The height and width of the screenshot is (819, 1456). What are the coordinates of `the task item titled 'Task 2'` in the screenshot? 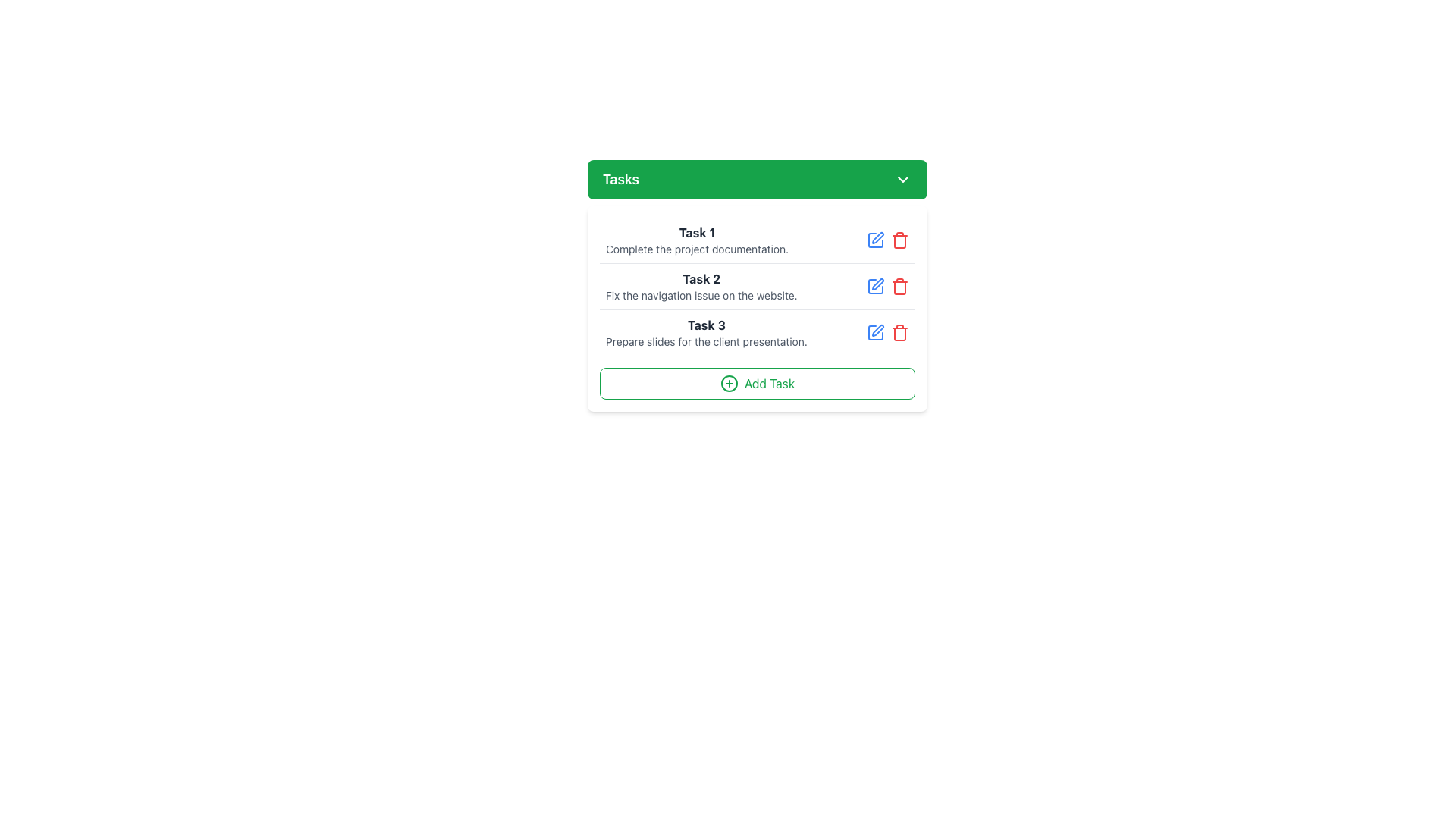 It's located at (757, 287).